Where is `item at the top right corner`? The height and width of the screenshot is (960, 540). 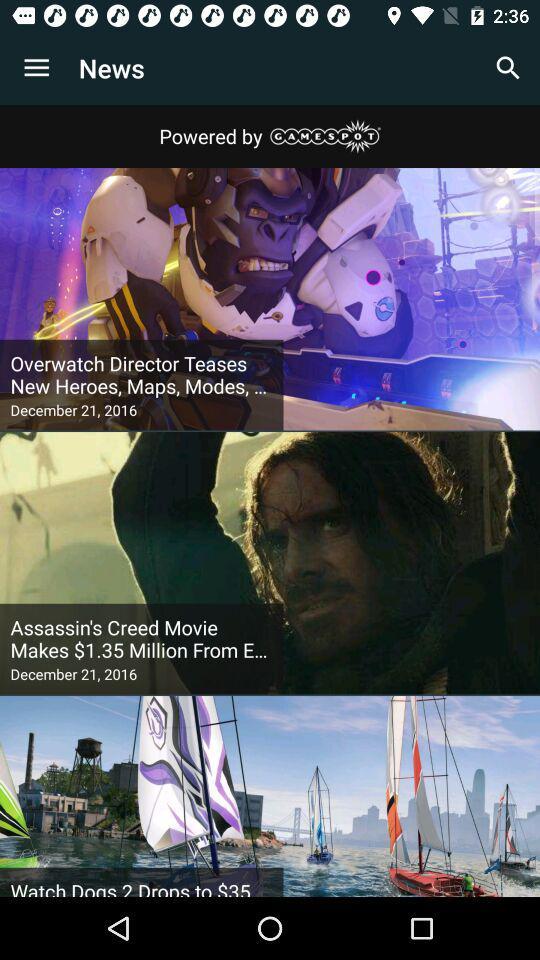 item at the top right corner is located at coordinates (508, 68).